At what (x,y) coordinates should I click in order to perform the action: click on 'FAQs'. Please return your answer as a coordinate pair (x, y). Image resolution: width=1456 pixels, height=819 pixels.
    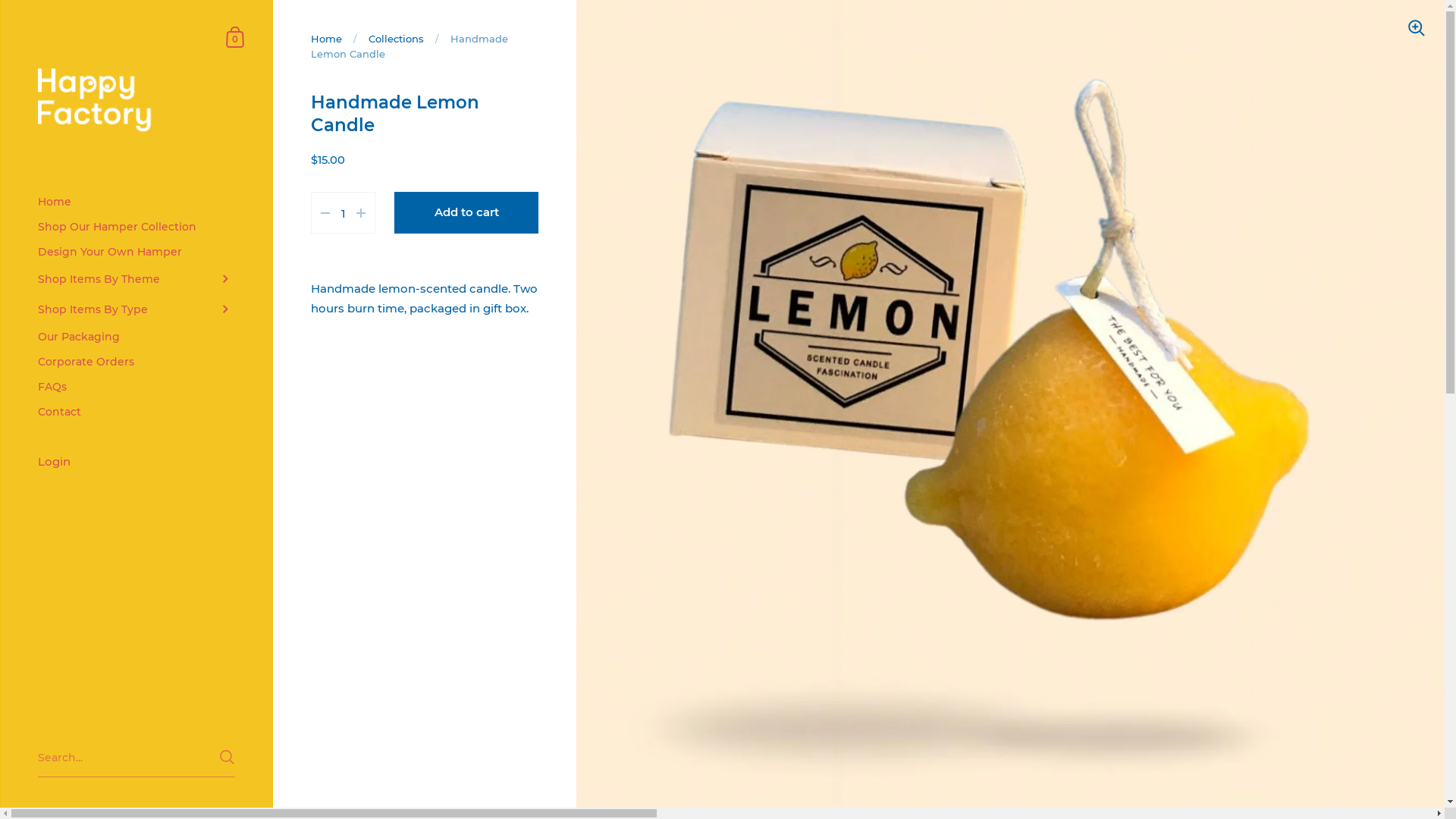
    Looking at the image, I should click on (136, 386).